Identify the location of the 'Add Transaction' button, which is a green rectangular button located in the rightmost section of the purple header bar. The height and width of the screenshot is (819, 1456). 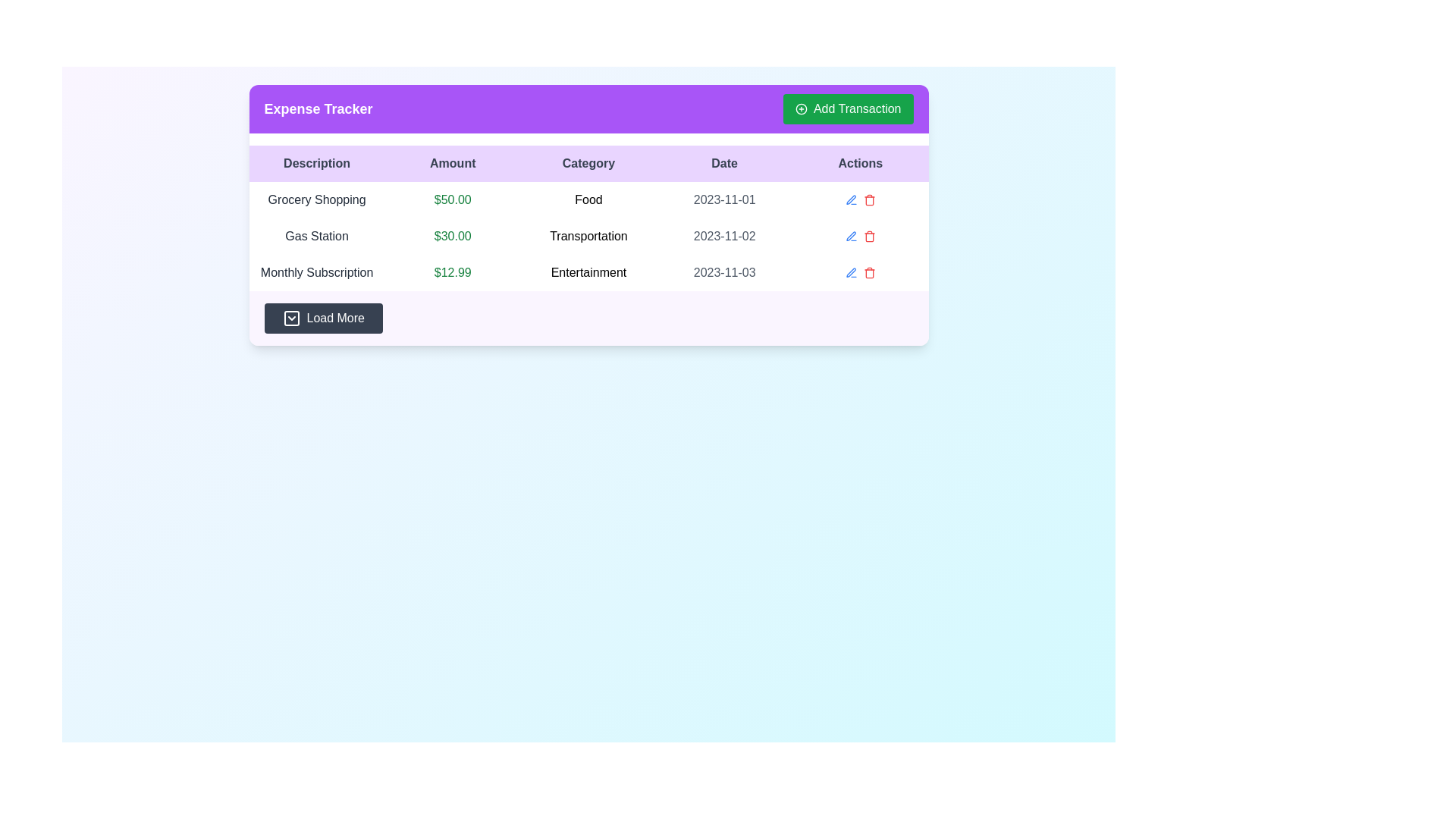
(847, 108).